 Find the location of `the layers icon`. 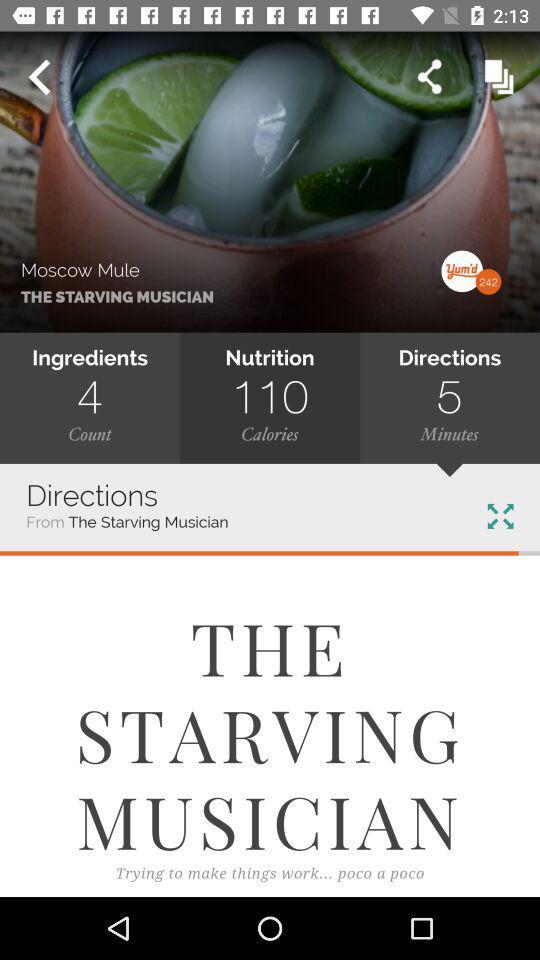

the layers icon is located at coordinates (498, 77).